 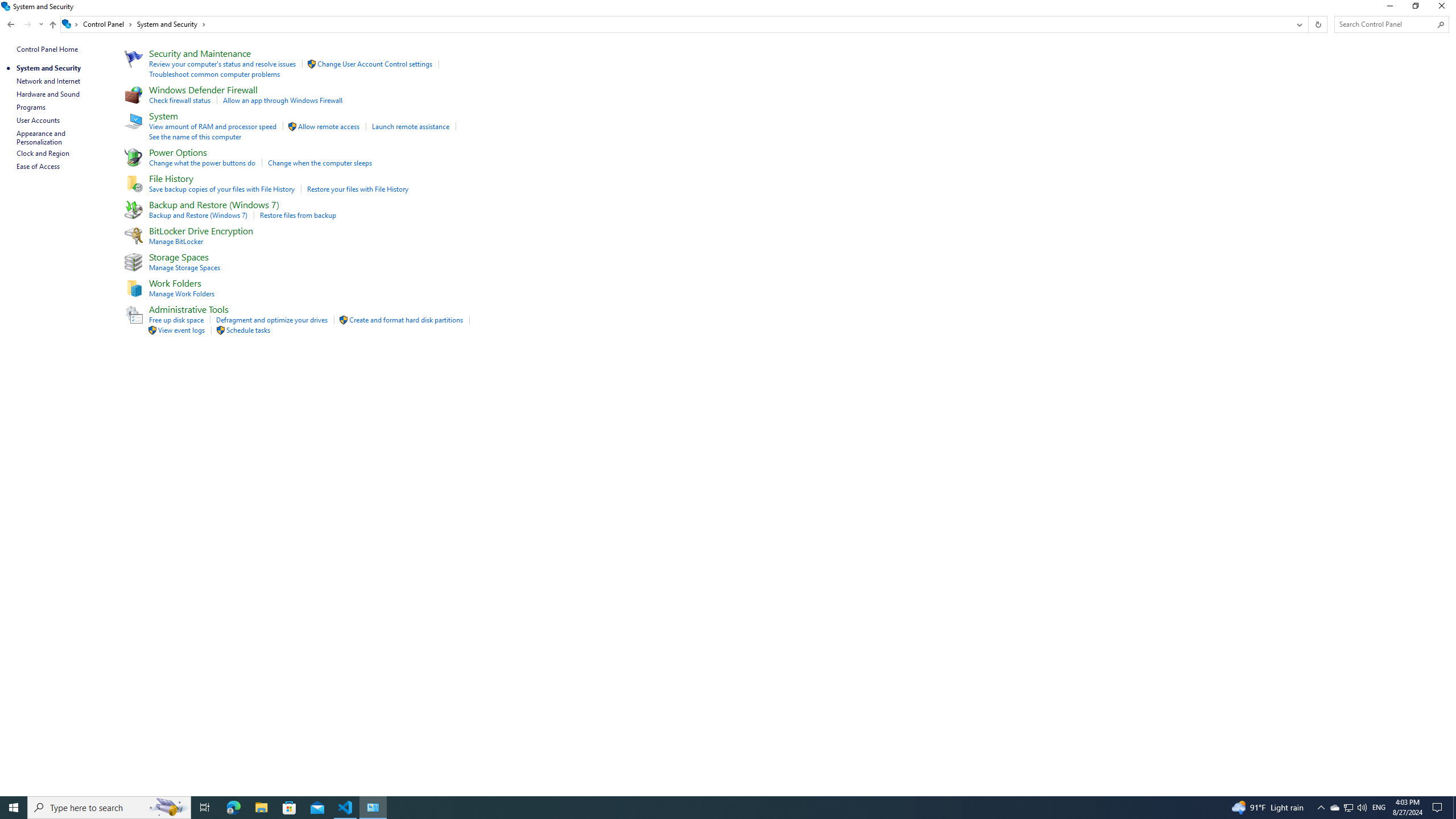 I want to click on 'Allow an app through Windows Firewall', so click(x=282, y=100).